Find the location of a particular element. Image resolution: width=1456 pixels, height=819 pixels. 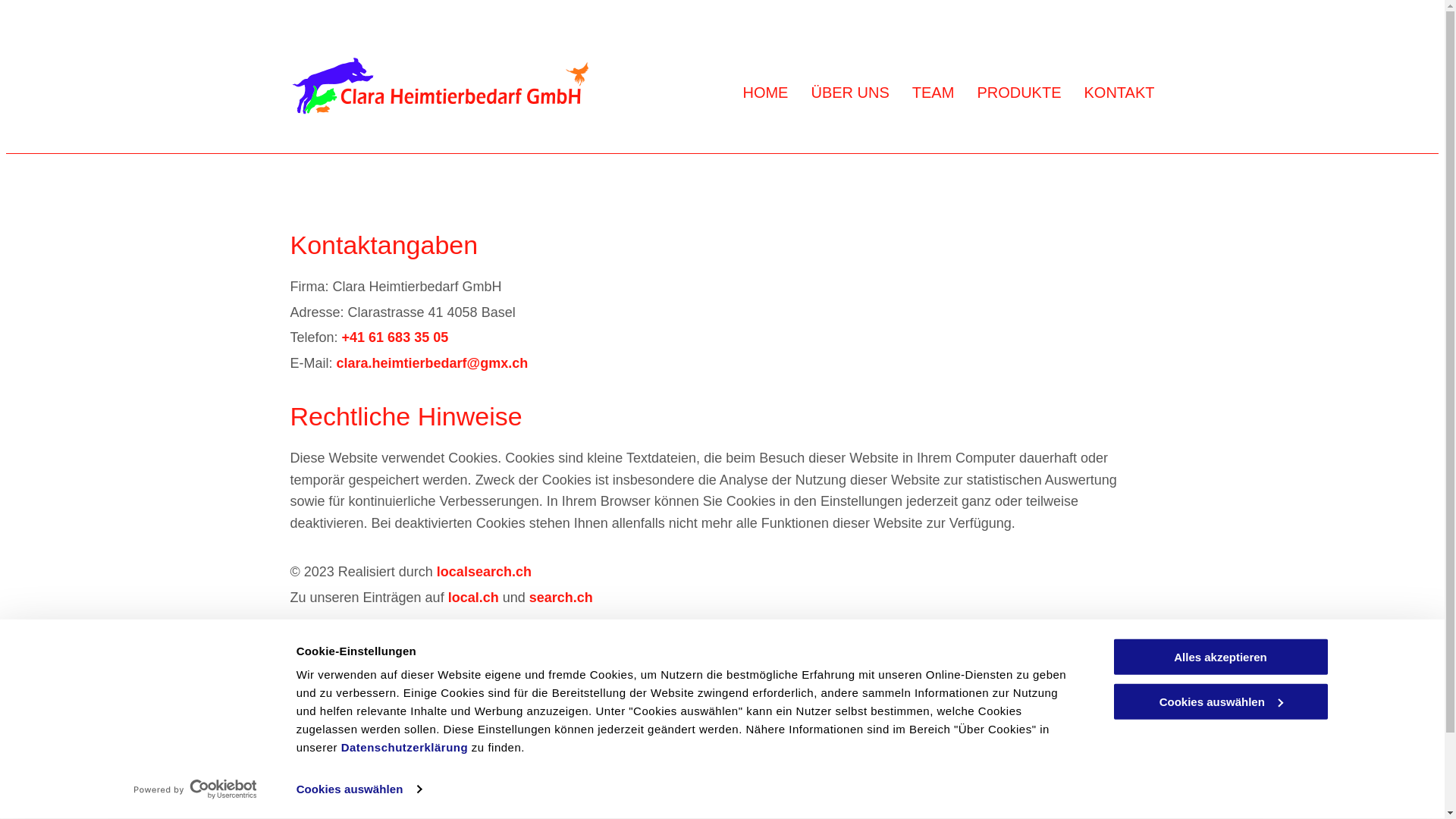

'TEAM' is located at coordinates (932, 93).